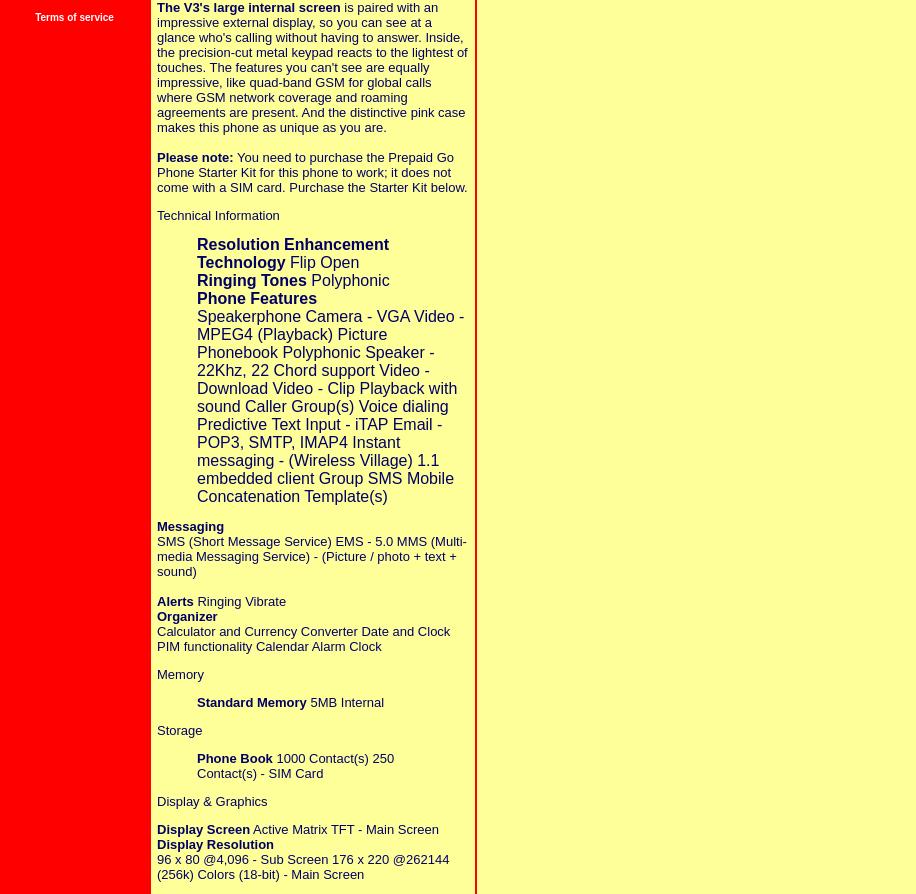 Image resolution: width=916 pixels, height=894 pixels. I want to click on 'Display Screen', so click(202, 827).